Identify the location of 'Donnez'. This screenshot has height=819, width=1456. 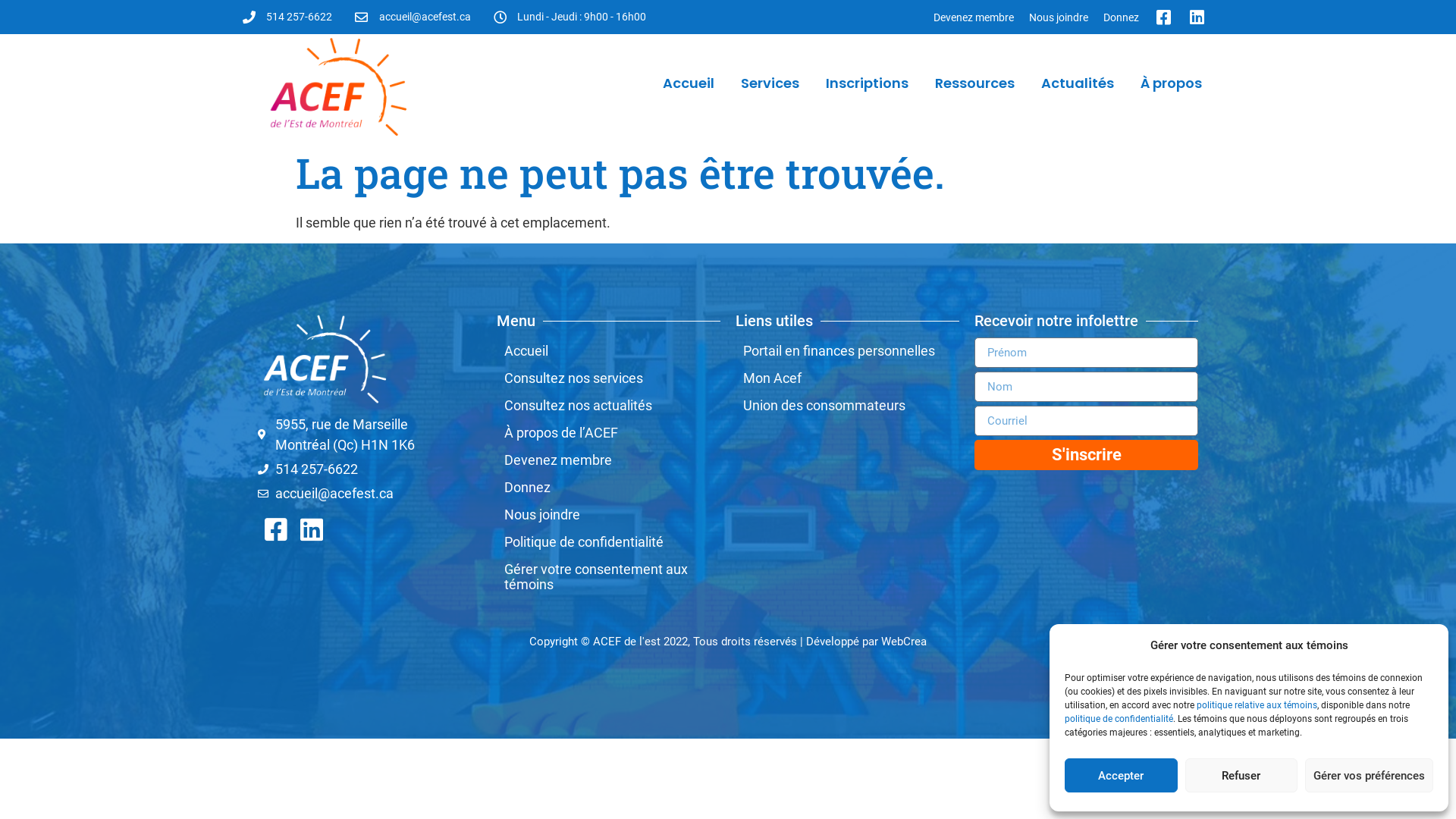
(1121, 17).